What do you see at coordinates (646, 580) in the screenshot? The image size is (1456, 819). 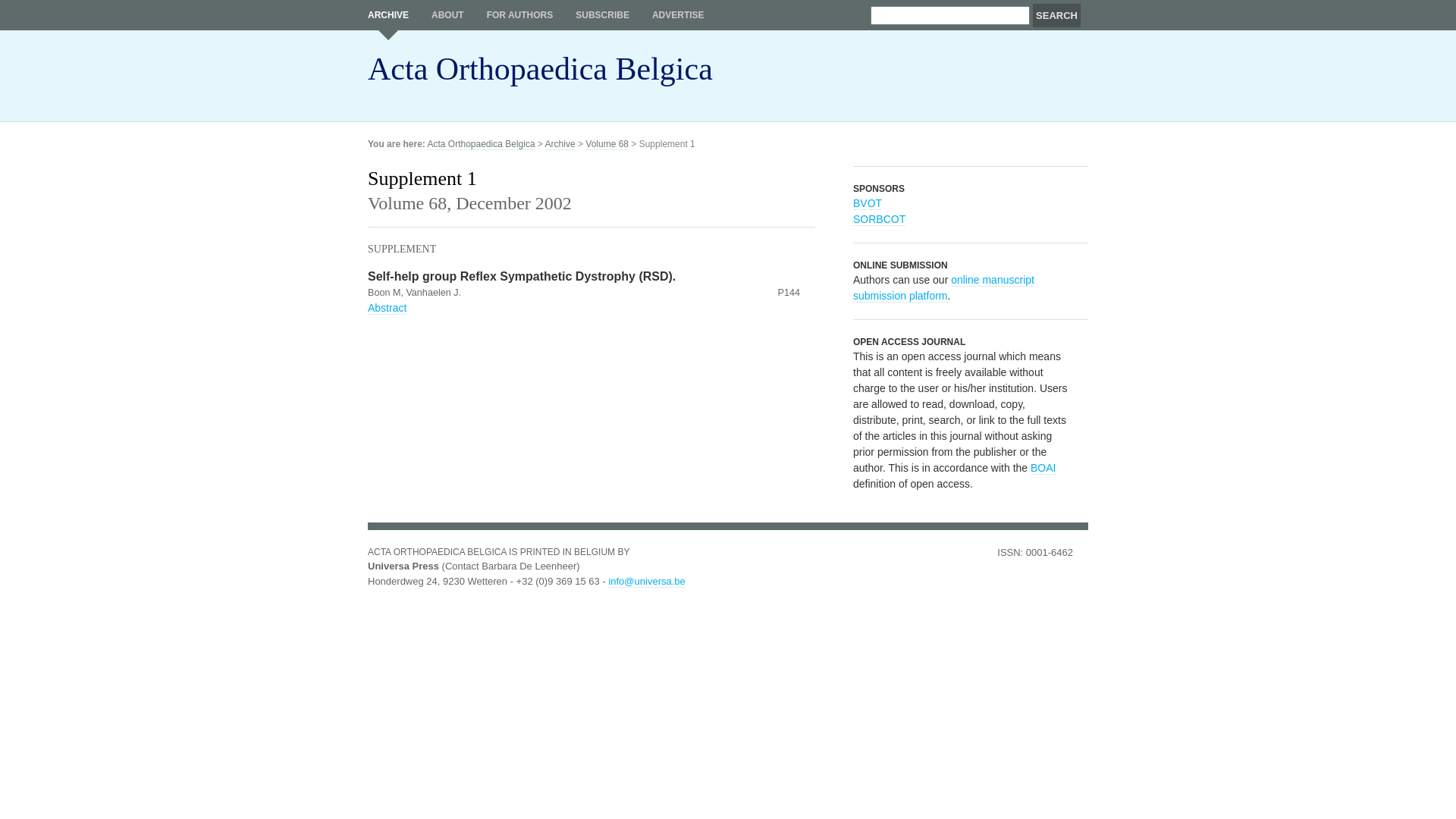 I see `'info@universa.be'` at bounding box center [646, 580].